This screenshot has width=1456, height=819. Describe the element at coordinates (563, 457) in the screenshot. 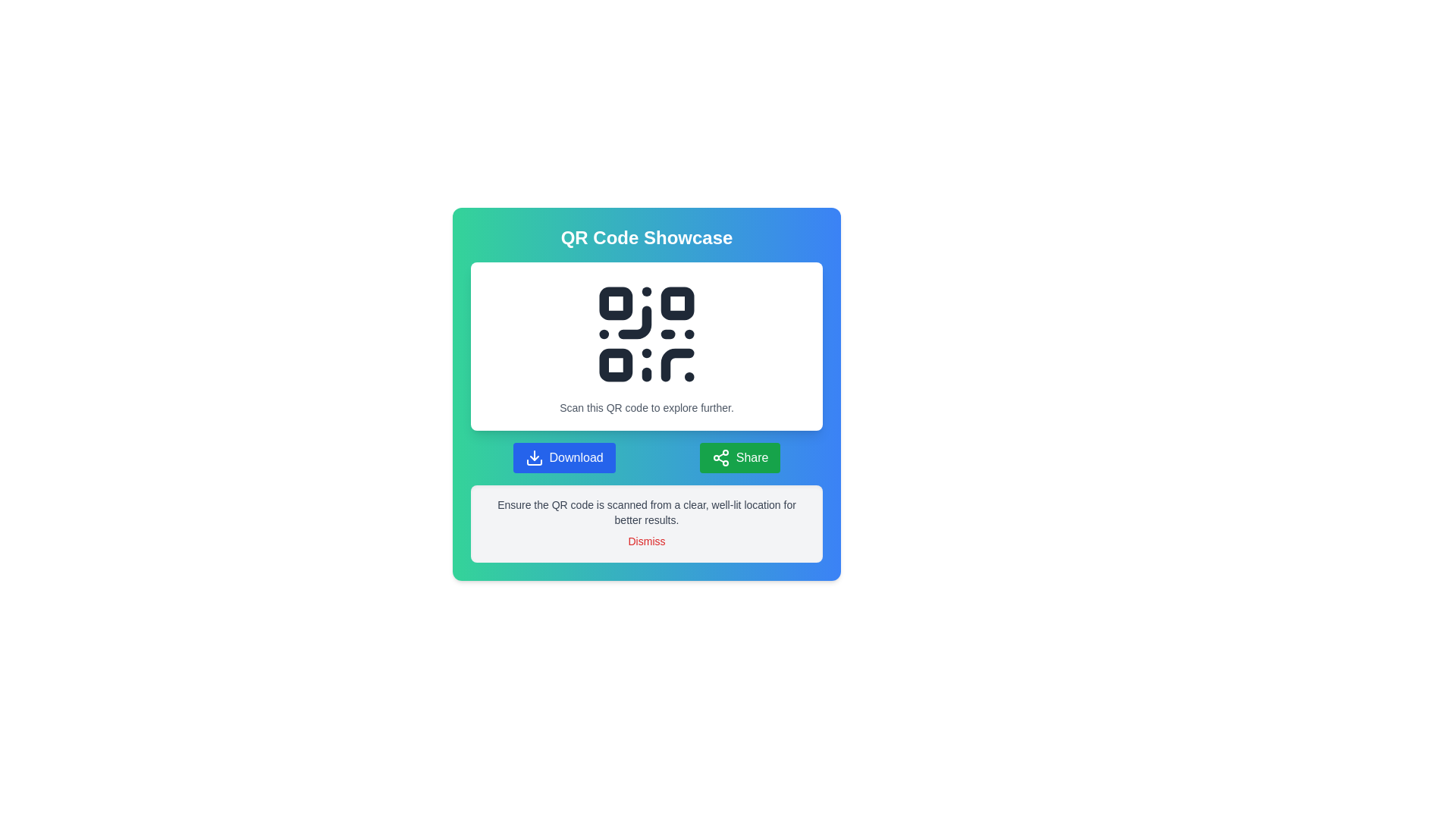

I see `the blue rounded button labeled 'Download' to change its state to the hover styling` at that location.